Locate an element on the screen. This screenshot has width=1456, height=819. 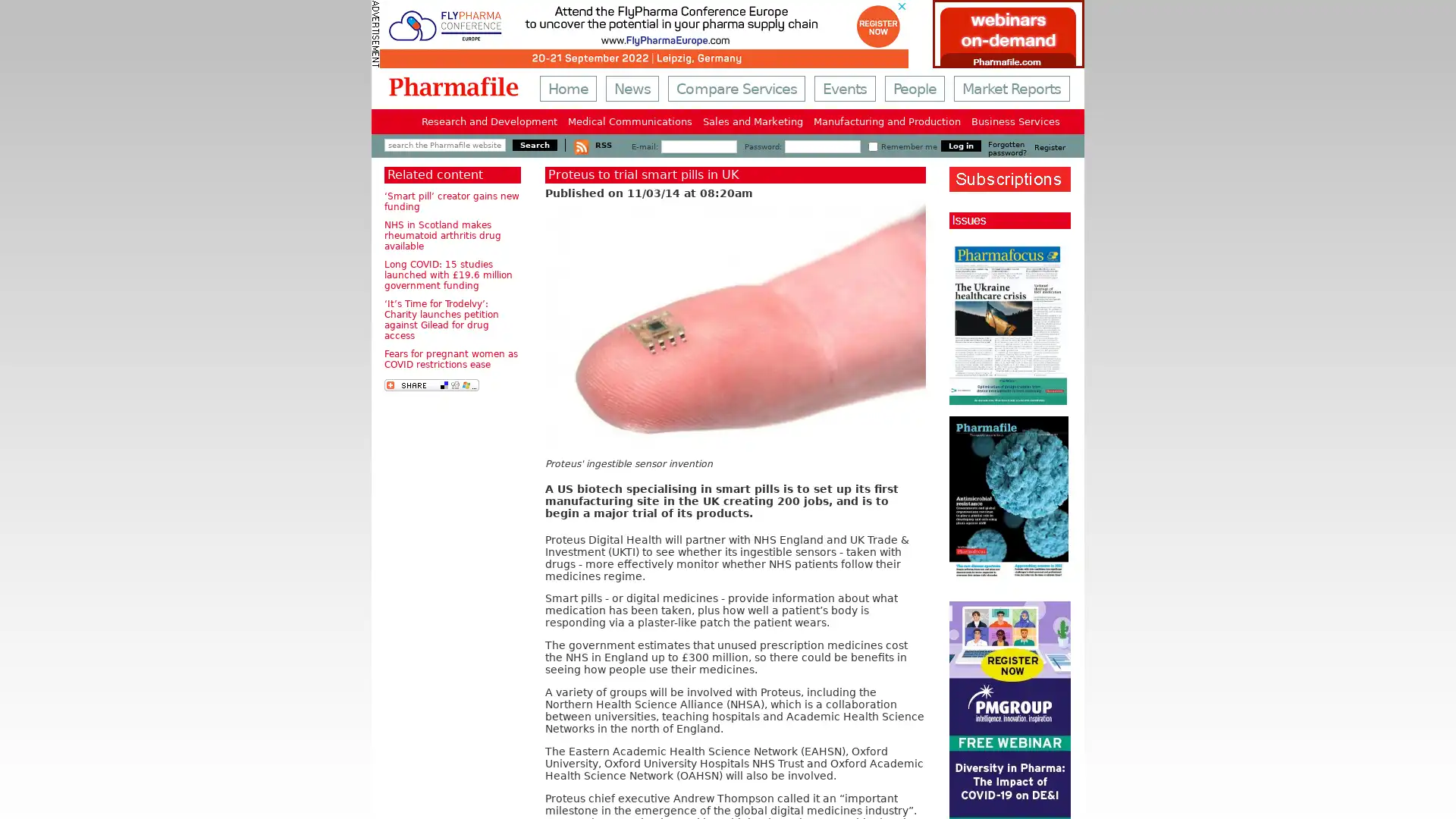
Log in is located at coordinates (960, 146).